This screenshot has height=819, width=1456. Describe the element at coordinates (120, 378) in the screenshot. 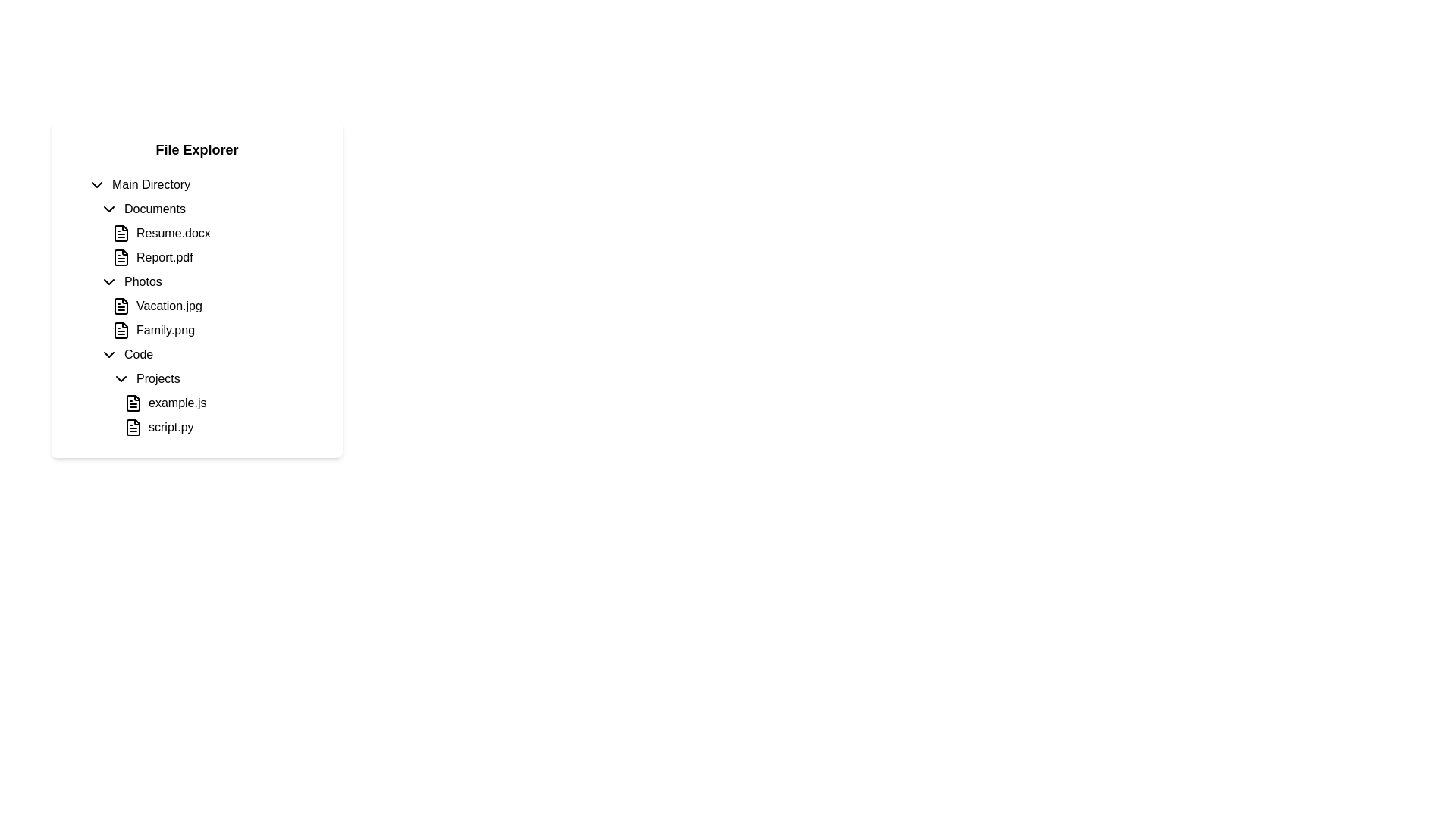

I see `the chevron-down icon` at that location.